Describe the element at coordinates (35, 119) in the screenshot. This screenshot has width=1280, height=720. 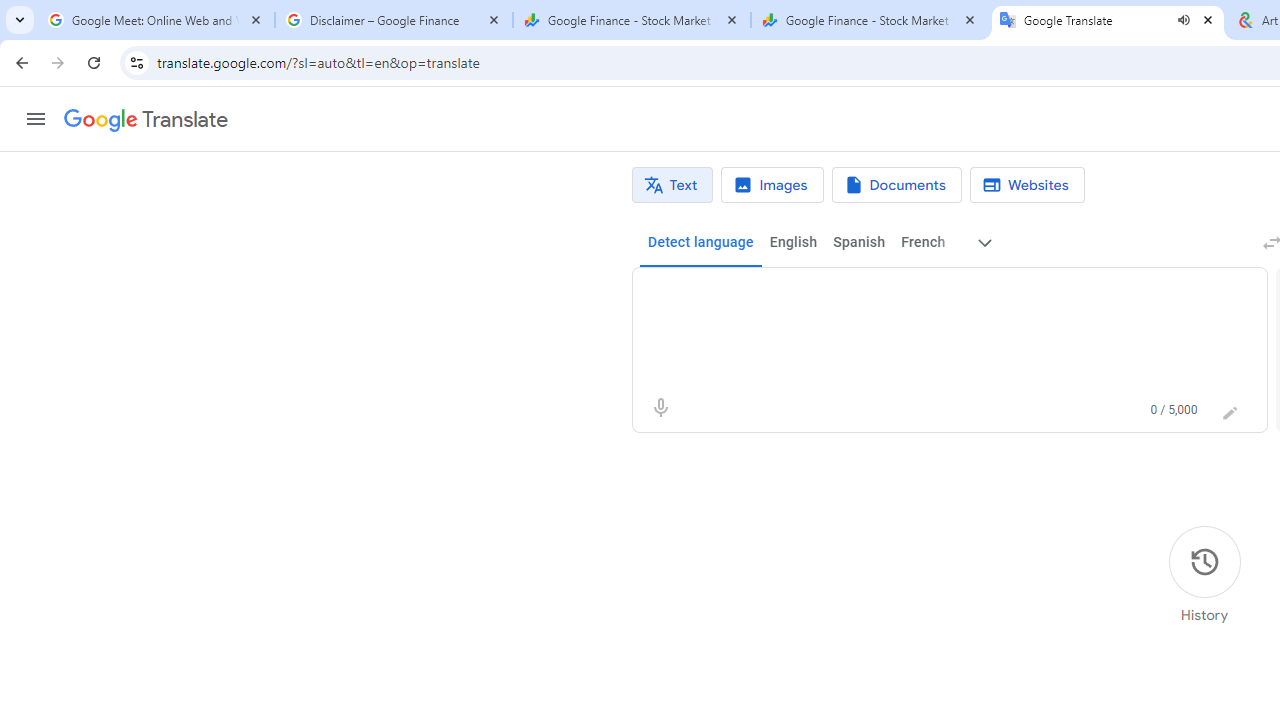
I see `'Main menu'` at that location.